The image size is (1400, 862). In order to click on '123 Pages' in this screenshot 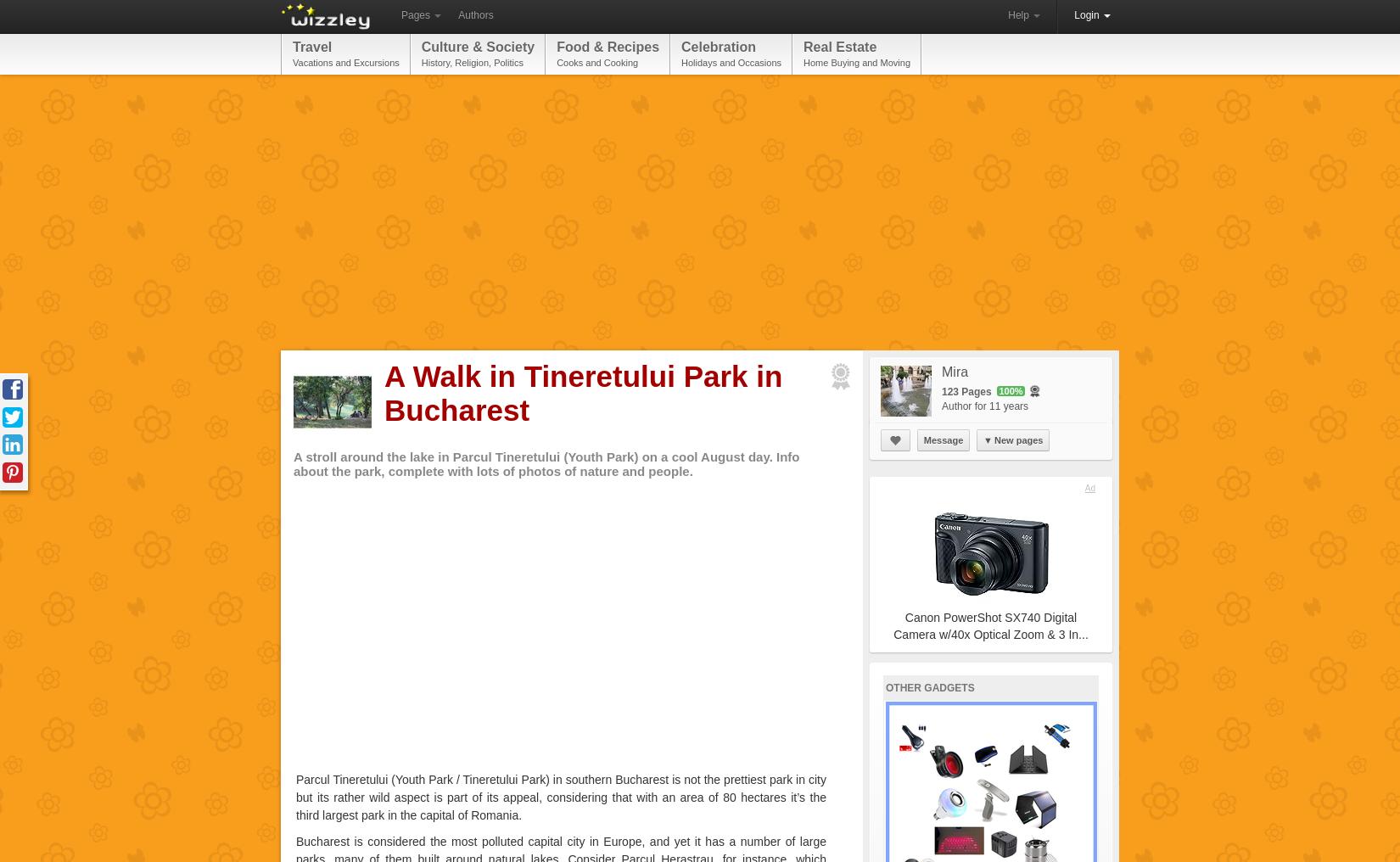, I will do `click(969, 390)`.